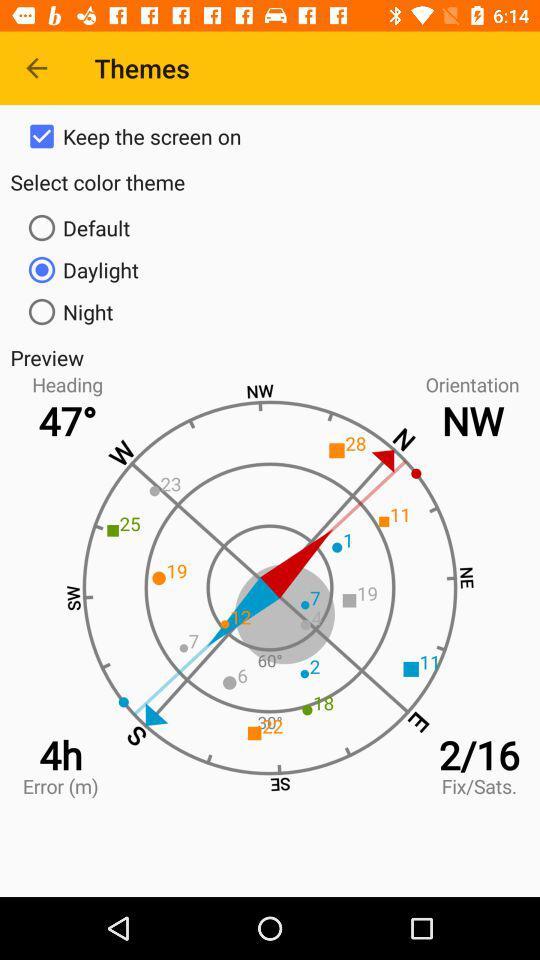 Image resolution: width=540 pixels, height=960 pixels. I want to click on icon below daylight icon, so click(270, 312).